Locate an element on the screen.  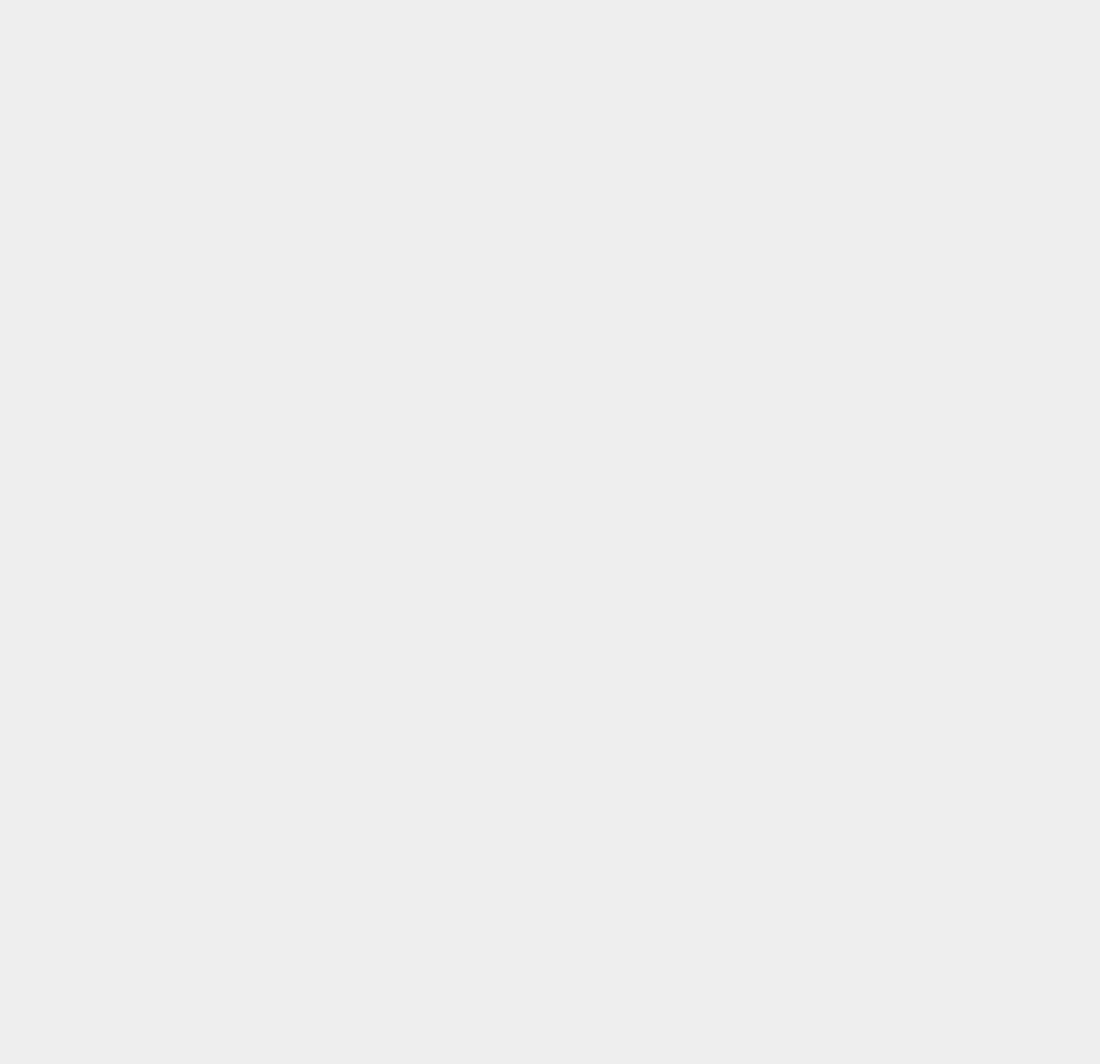
'Apple' is located at coordinates (778, 66).